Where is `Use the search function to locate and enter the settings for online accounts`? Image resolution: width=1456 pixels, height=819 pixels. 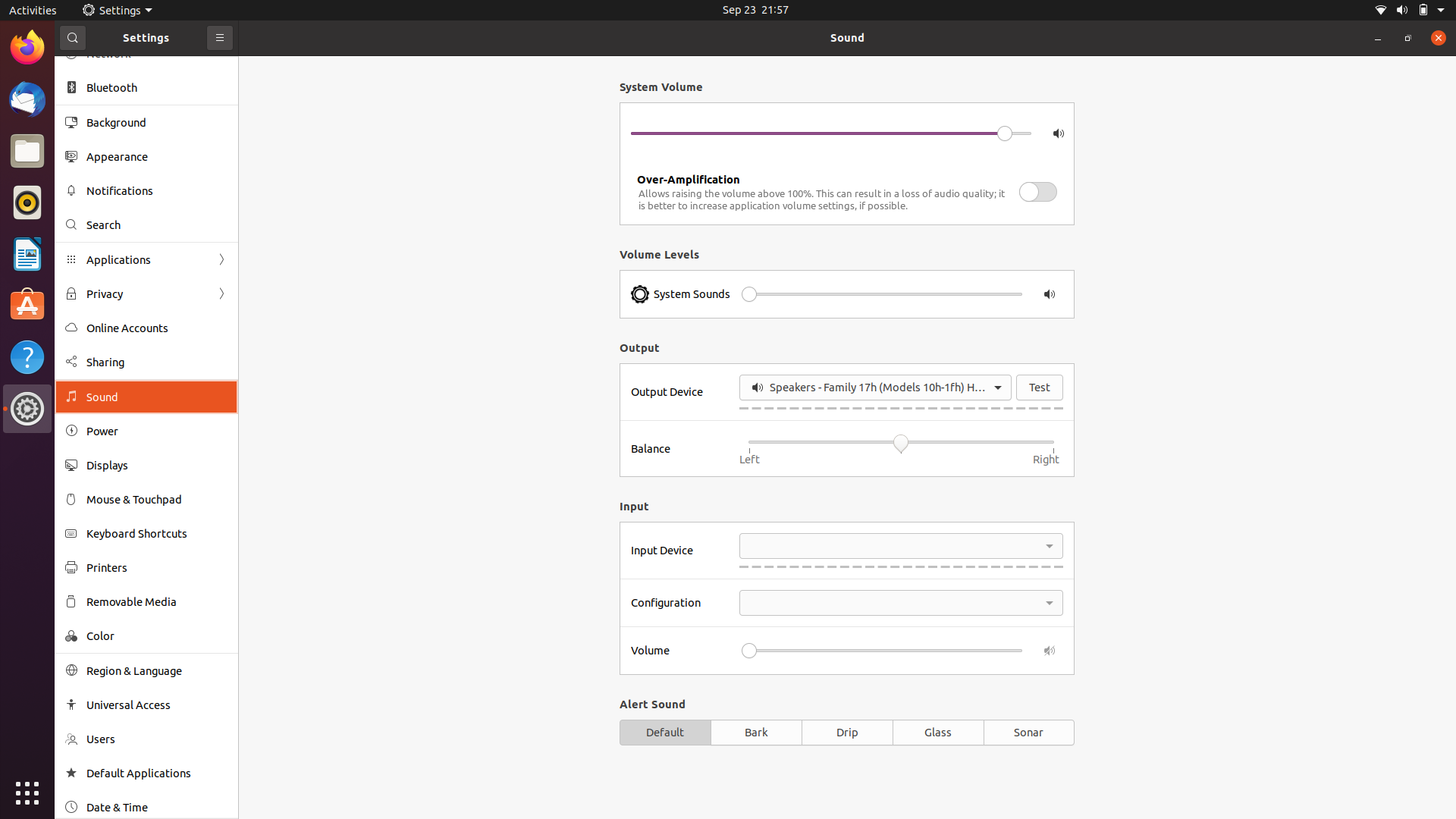 Use the search function to locate and enter the settings for online accounts is located at coordinates (145, 222).